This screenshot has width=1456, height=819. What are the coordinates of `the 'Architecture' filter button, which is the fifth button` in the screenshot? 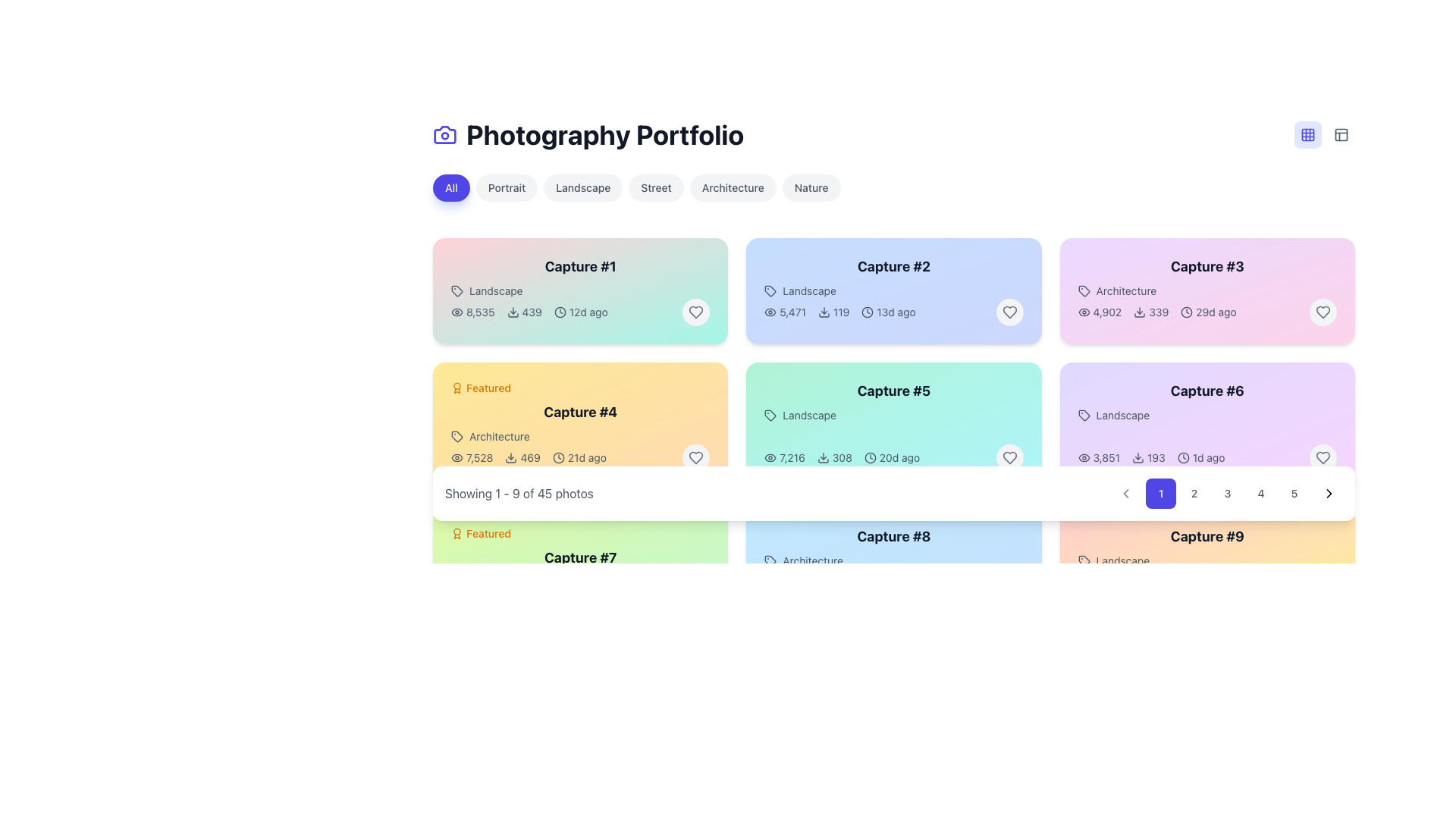 It's located at (733, 187).